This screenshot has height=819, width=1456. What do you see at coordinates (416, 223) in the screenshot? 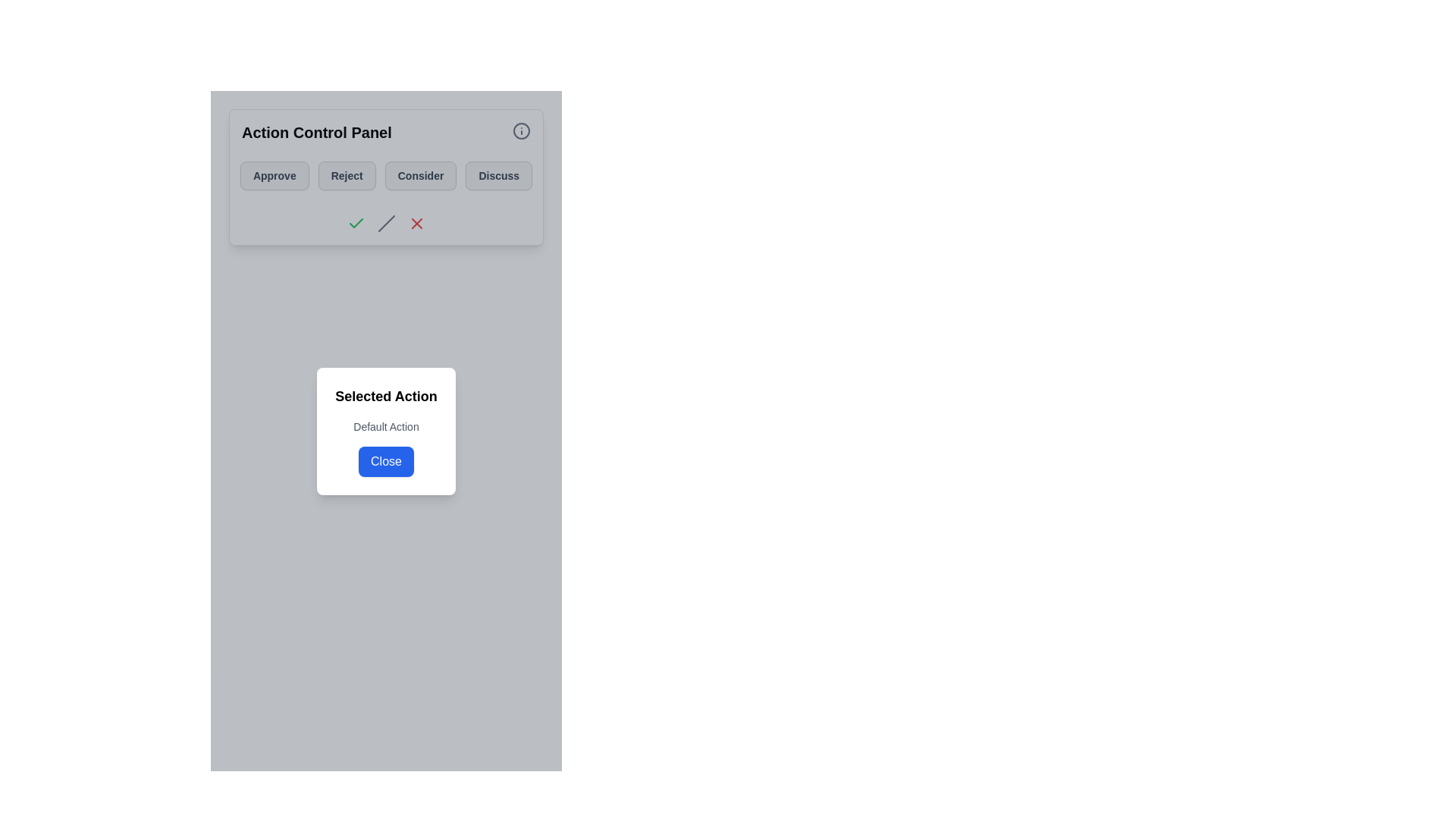
I see `the cancel icon located to the right of the 'Approve' and 'Reject' buttons in the action control panel` at bounding box center [416, 223].